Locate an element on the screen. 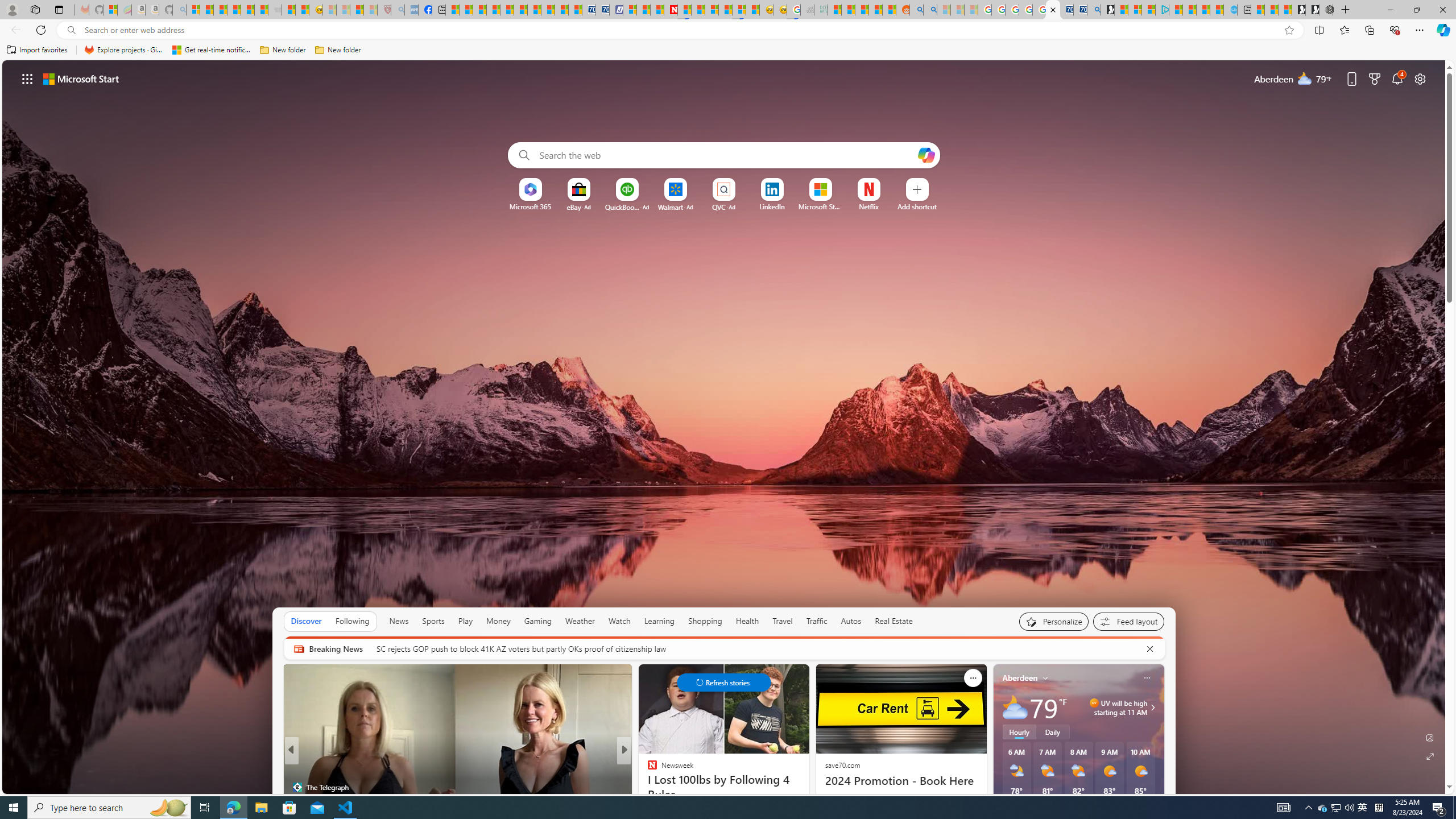 The width and height of the screenshot is (1456, 819). 'Learning' is located at coordinates (659, 621).